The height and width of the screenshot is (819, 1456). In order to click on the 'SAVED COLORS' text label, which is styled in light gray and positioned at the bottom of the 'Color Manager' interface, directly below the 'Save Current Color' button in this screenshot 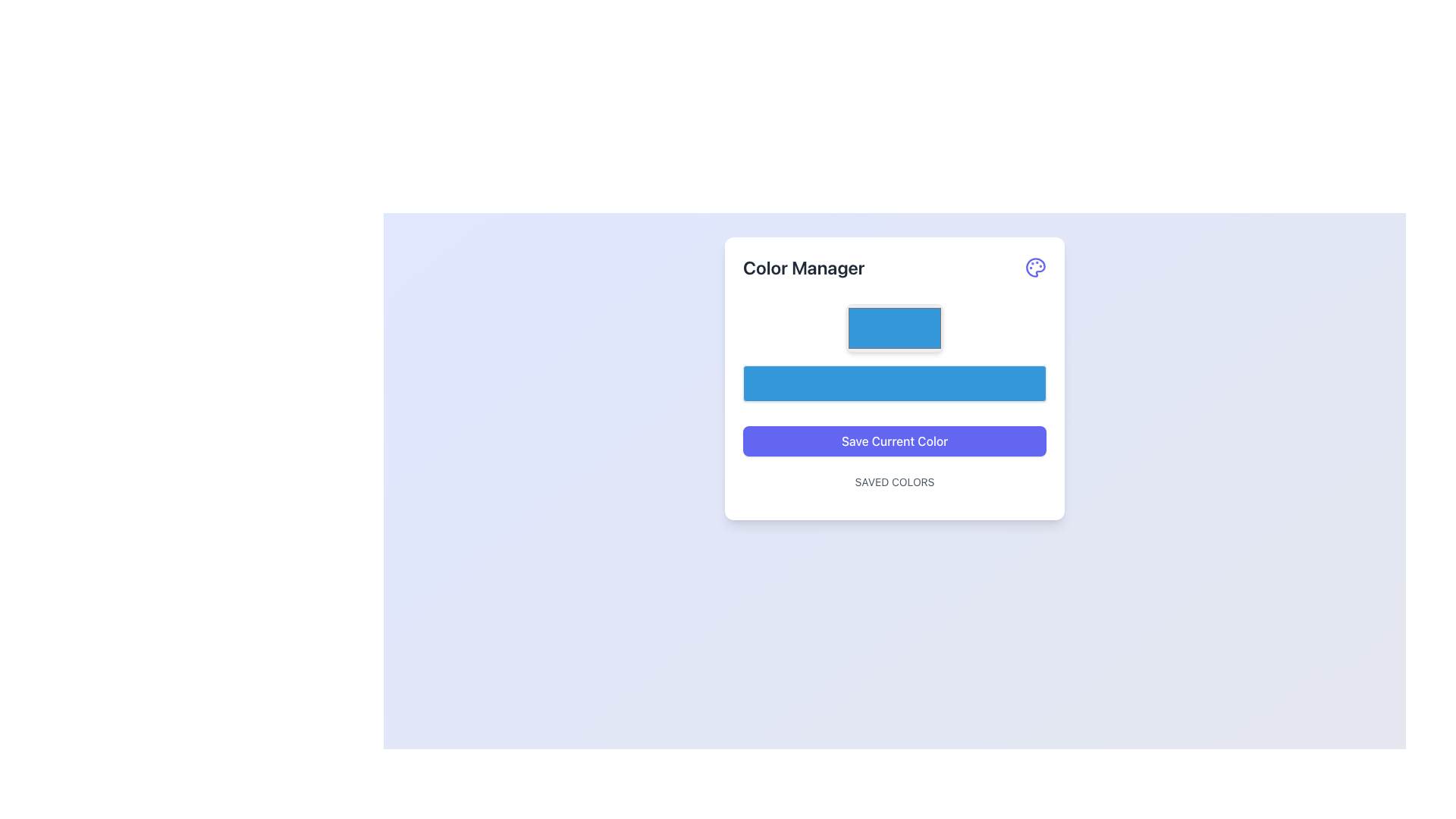, I will do `click(895, 482)`.